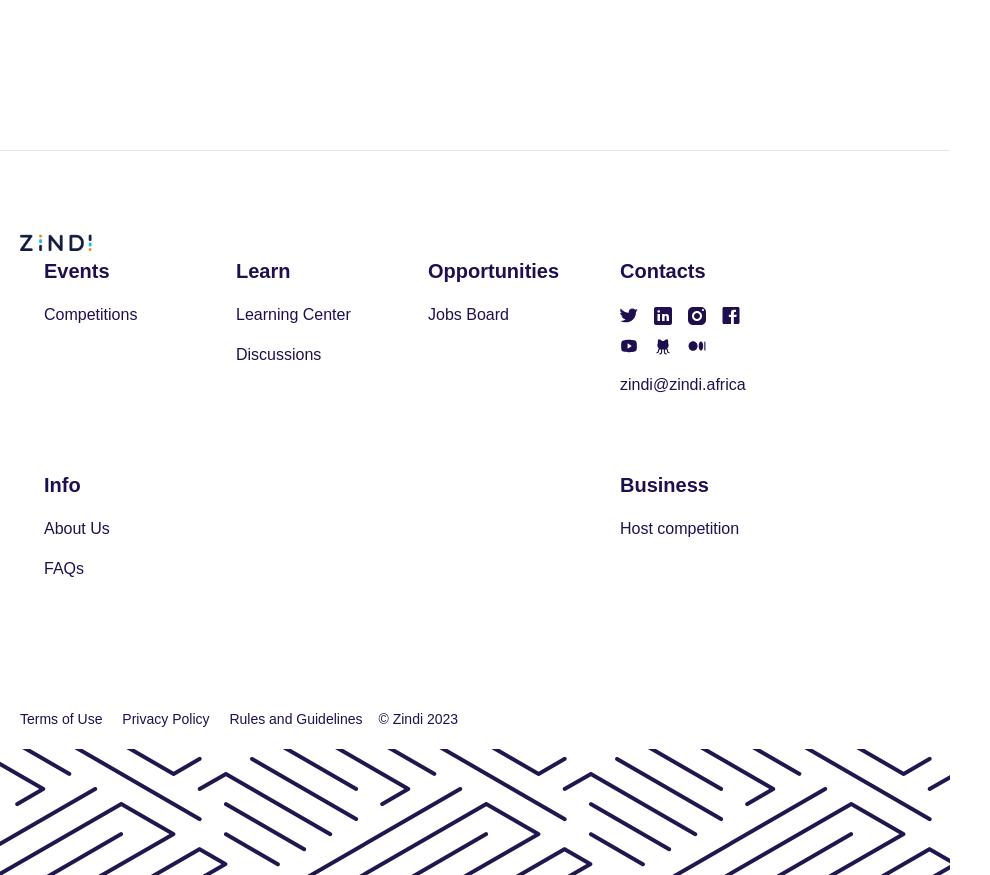 The image size is (990, 875). What do you see at coordinates (682, 383) in the screenshot?
I see `'zindi@zindi.africa'` at bounding box center [682, 383].